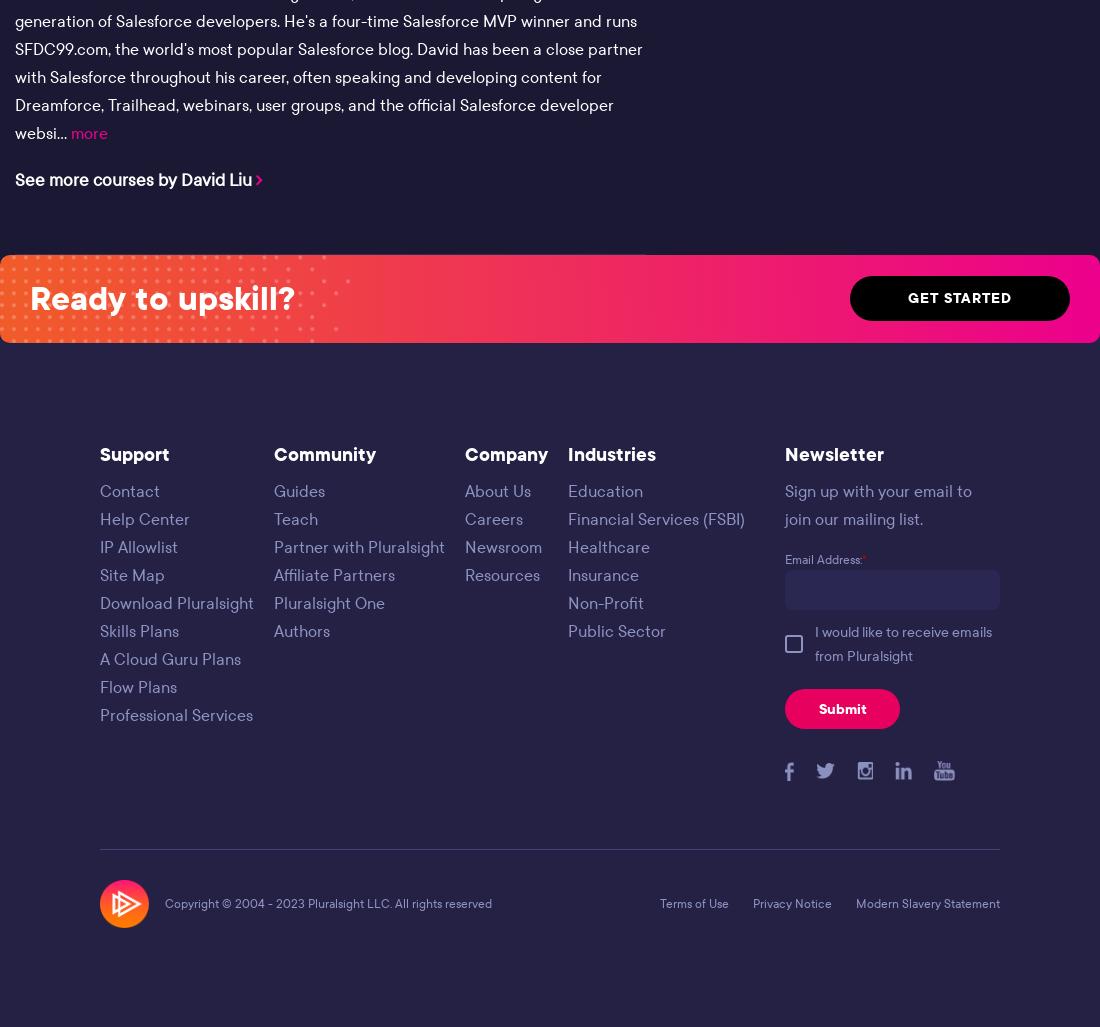  Describe the element at coordinates (792, 901) in the screenshot. I see `'Privacy Notice'` at that location.